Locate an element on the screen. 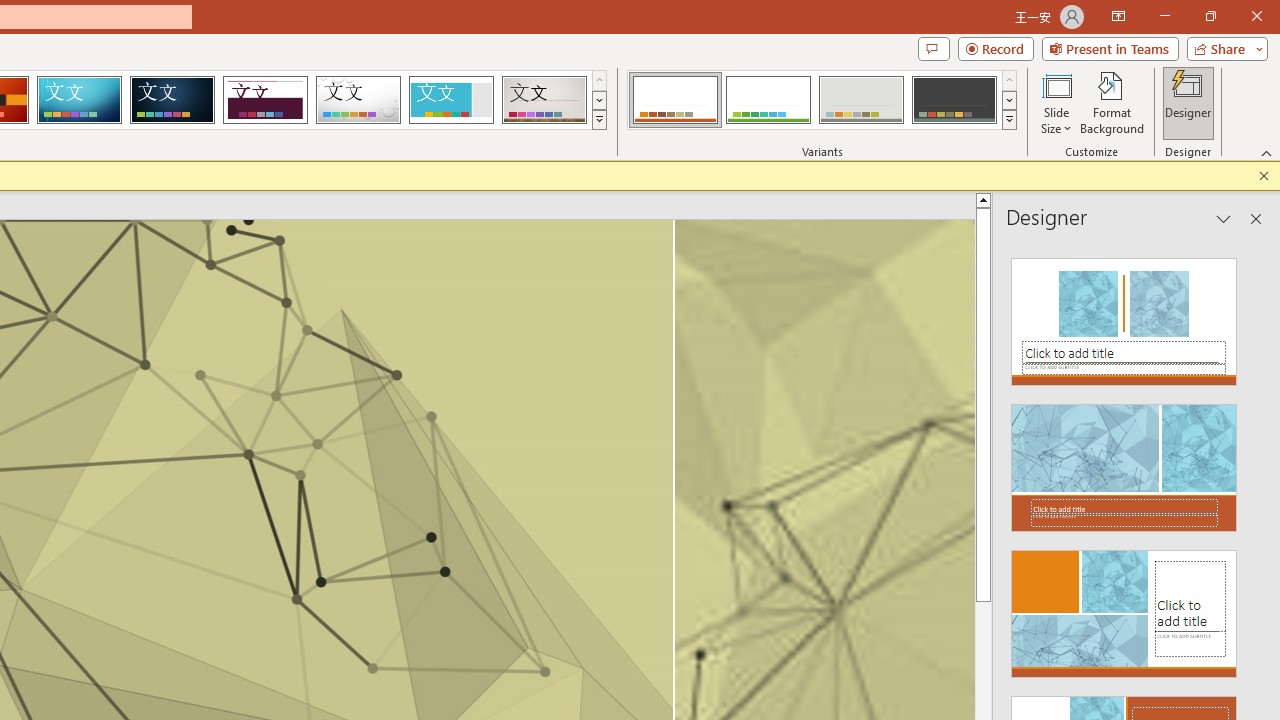 The height and width of the screenshot is (720, 1280). 'Retrospect Variant 2' is located at coordinates (767, 100).